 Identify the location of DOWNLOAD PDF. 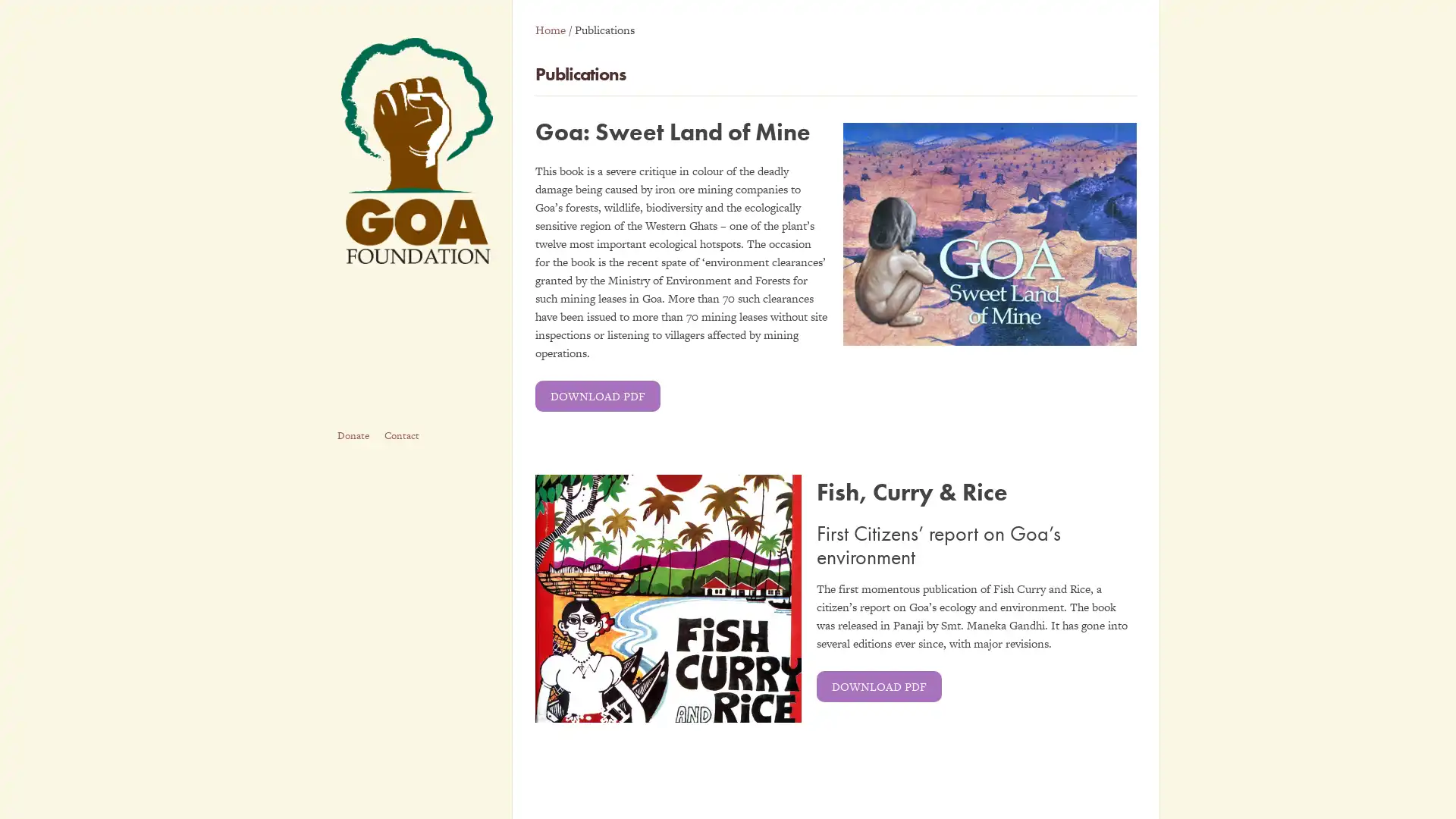
(879, 686).